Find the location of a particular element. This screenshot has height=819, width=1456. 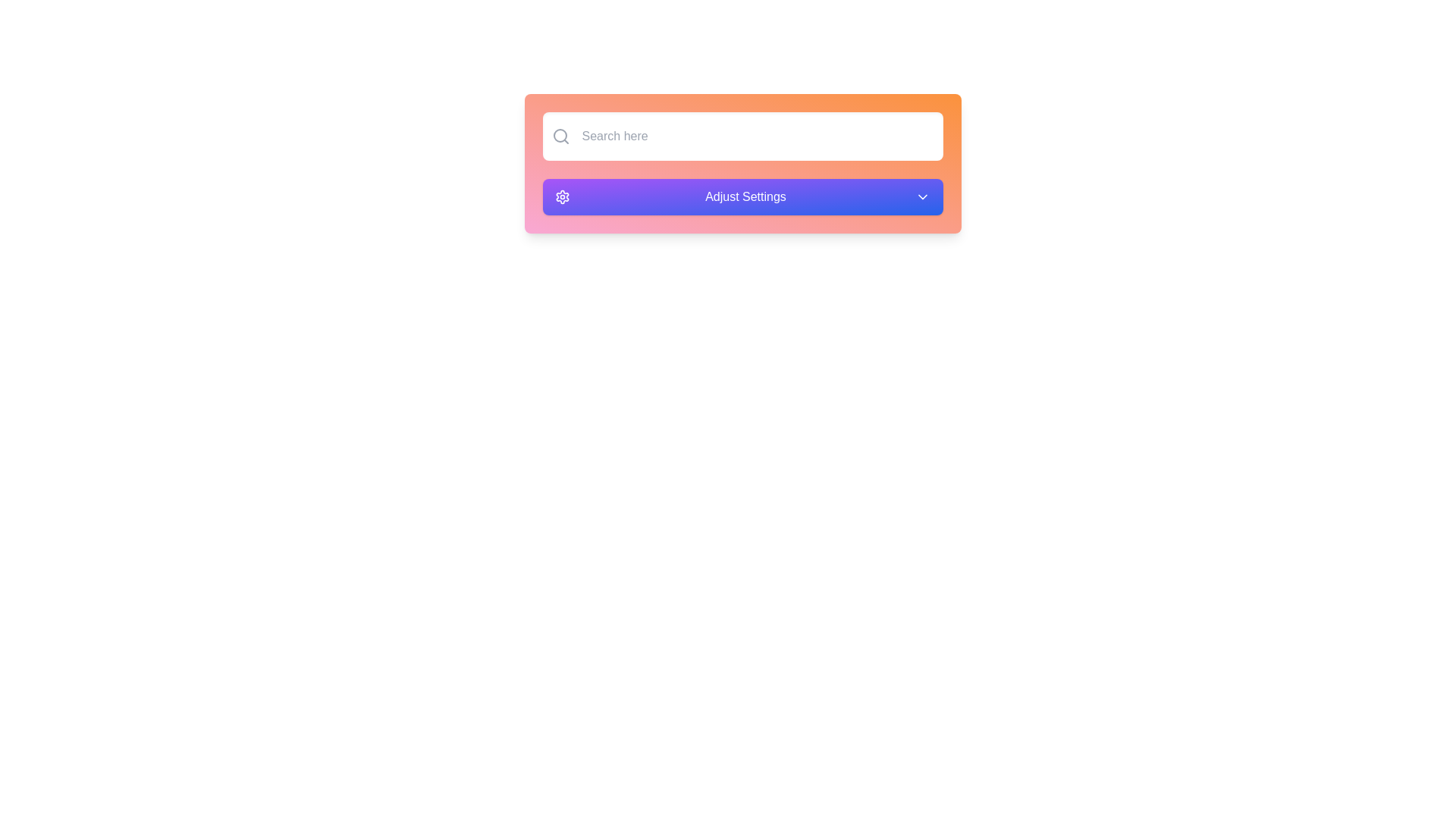

the small circular graphic element located at the center of the search icon on the top-left of the interface is located at coordinates (559, 134).